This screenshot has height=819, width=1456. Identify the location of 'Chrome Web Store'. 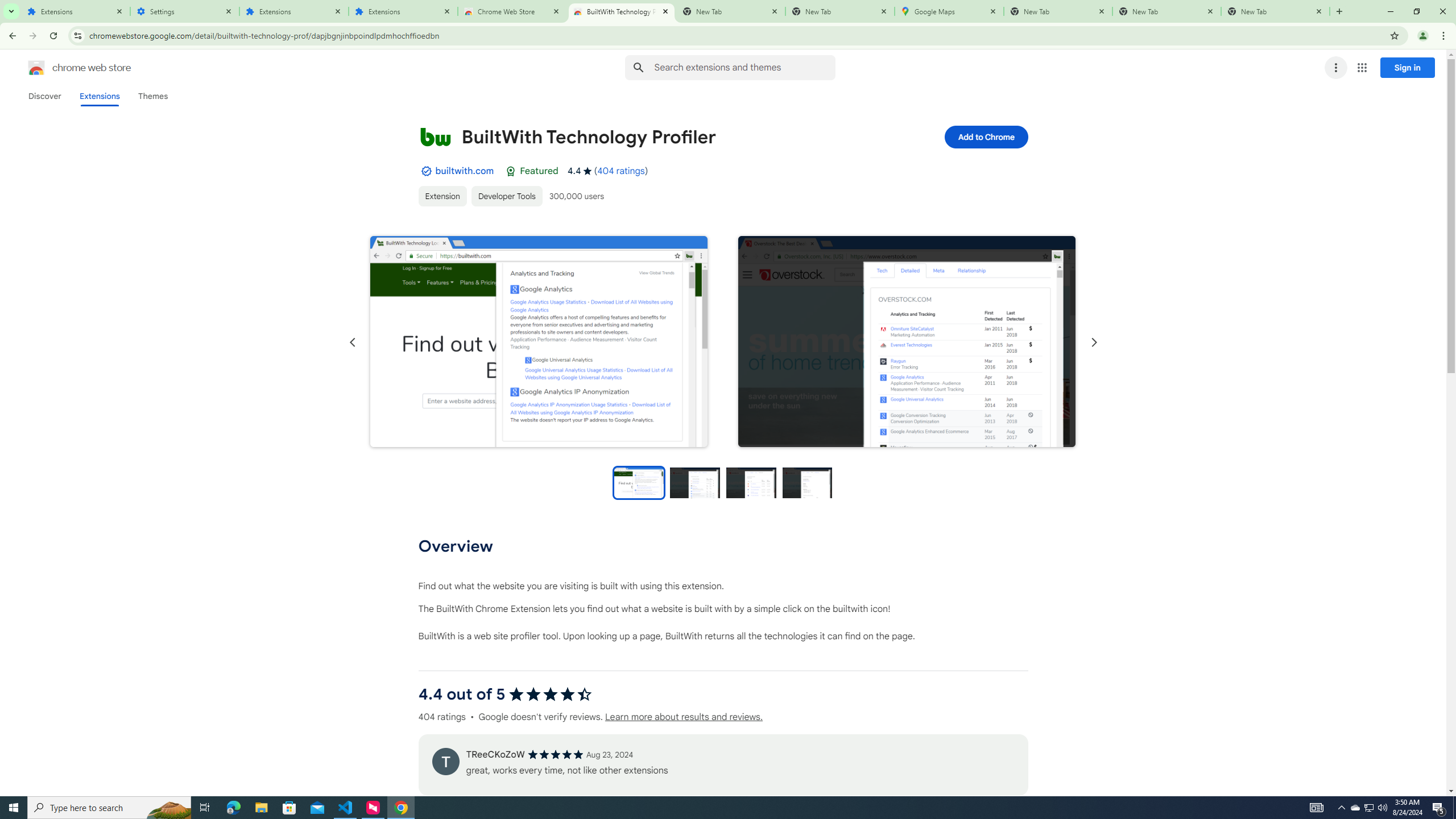
(512, 11).